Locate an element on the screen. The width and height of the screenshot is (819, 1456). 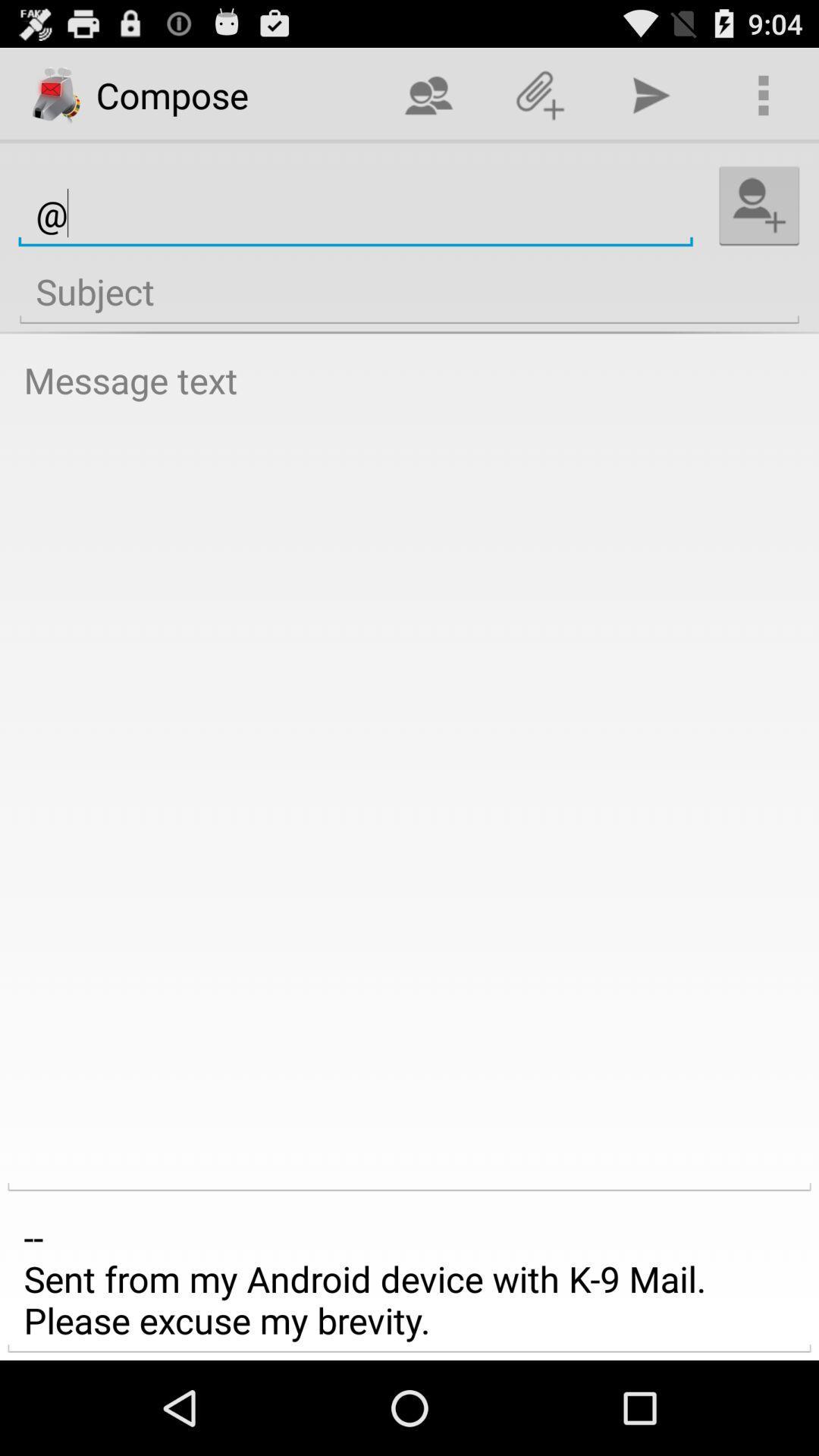
sent from my icon is located at coordinates (409, 1279).